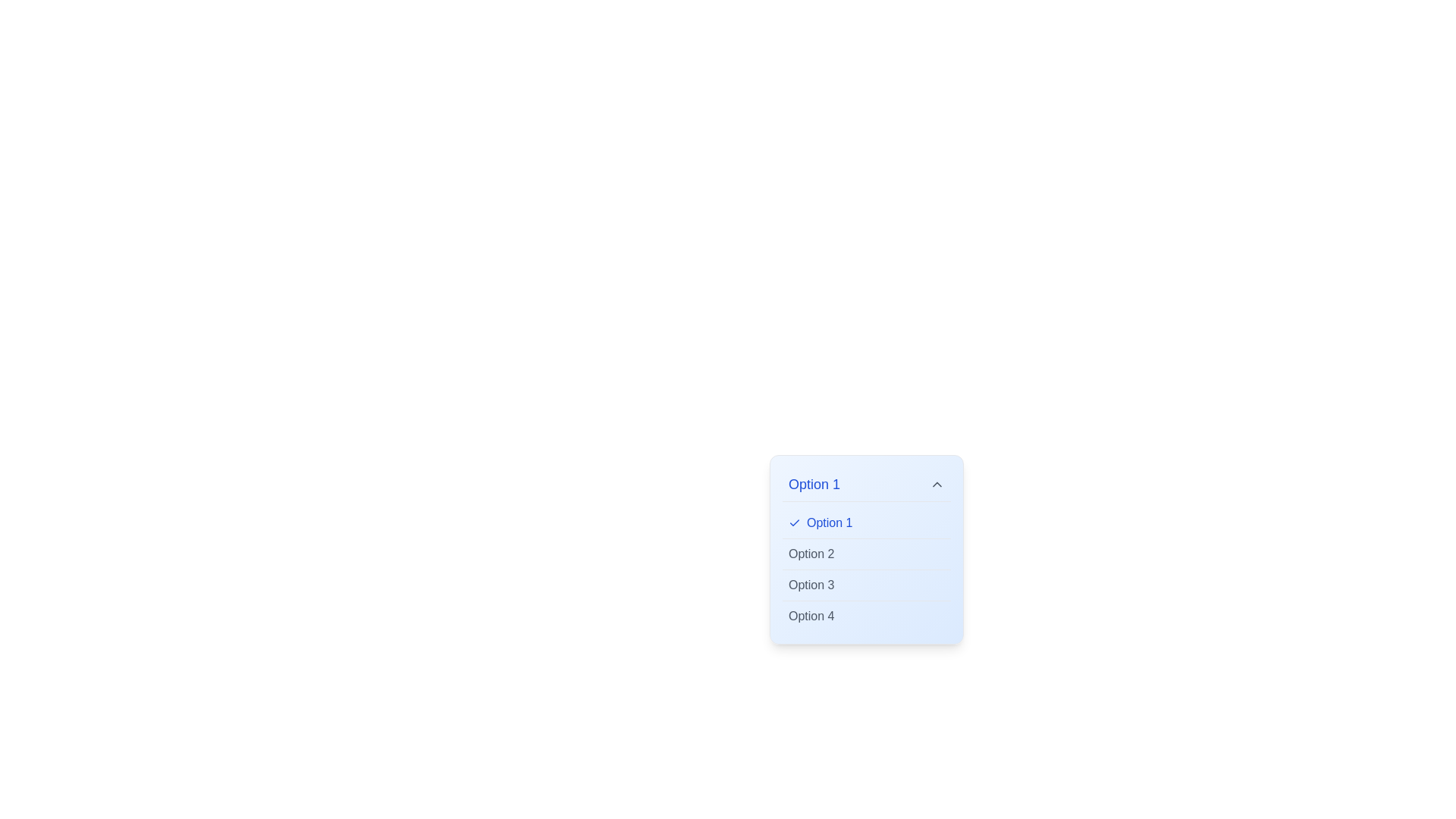  What do you see at coordinates (866, 616) in the screenshot?
I see `the selectable list option labeled 'Option 4' in the dropdown menu` at bounding box center [866, 616].